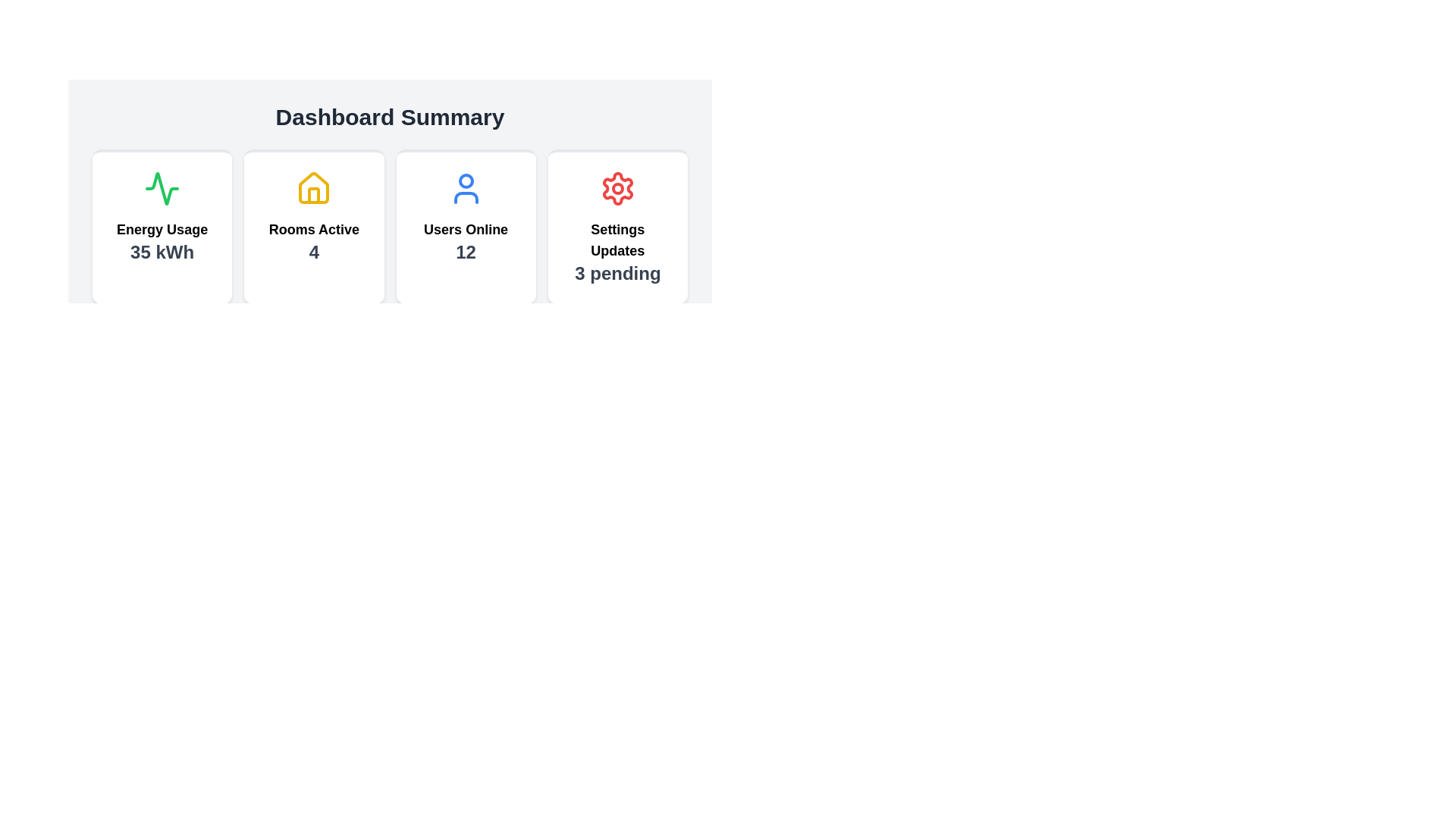 The image size is (1456, 819). I want to click on the Information Card which has a rounded rectangular shape with a white background, featuring a user icon in blue, the bold text 'Users Online', and the number '12' prominently displayed below it, so click(465, 227).